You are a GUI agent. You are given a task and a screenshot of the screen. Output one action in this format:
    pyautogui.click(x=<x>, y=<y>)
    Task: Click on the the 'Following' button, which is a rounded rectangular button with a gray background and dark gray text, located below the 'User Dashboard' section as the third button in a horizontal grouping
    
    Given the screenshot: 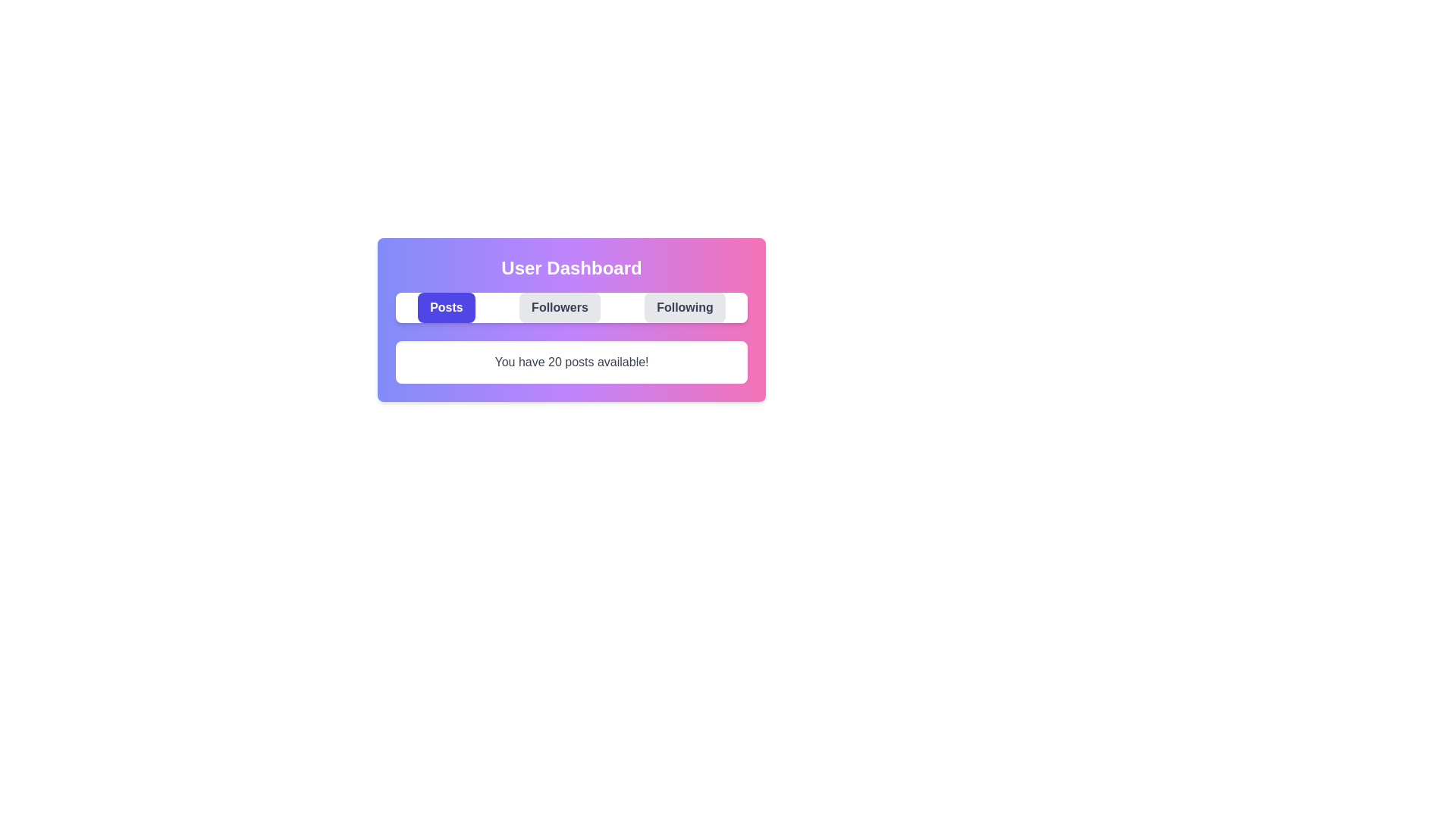 What is the action you would take?
    pyautogui.click(x=684, y=307)
    